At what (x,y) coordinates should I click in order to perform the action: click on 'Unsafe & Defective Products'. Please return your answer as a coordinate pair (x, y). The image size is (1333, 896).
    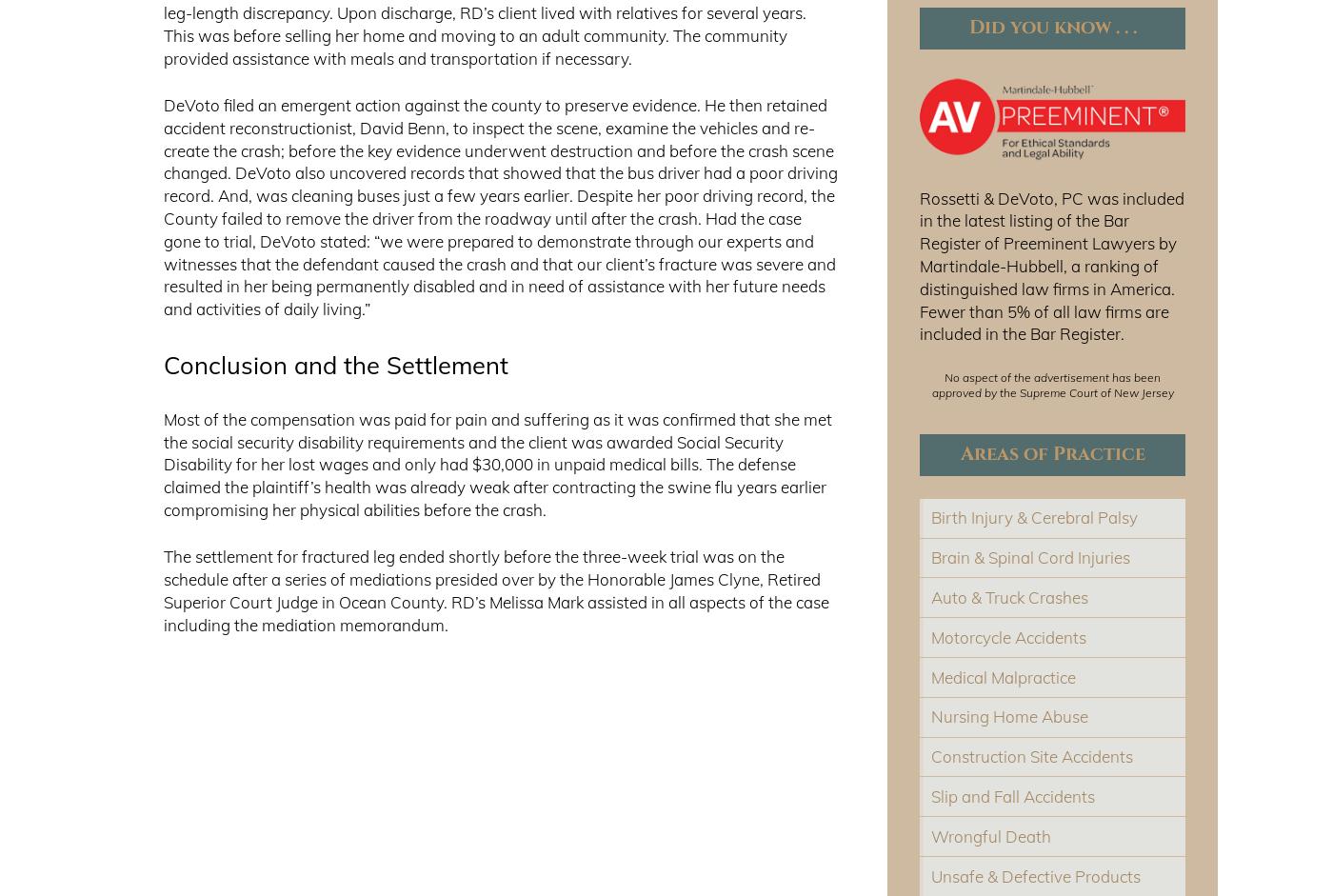
    Looking at the image, I should click on (931, 874).